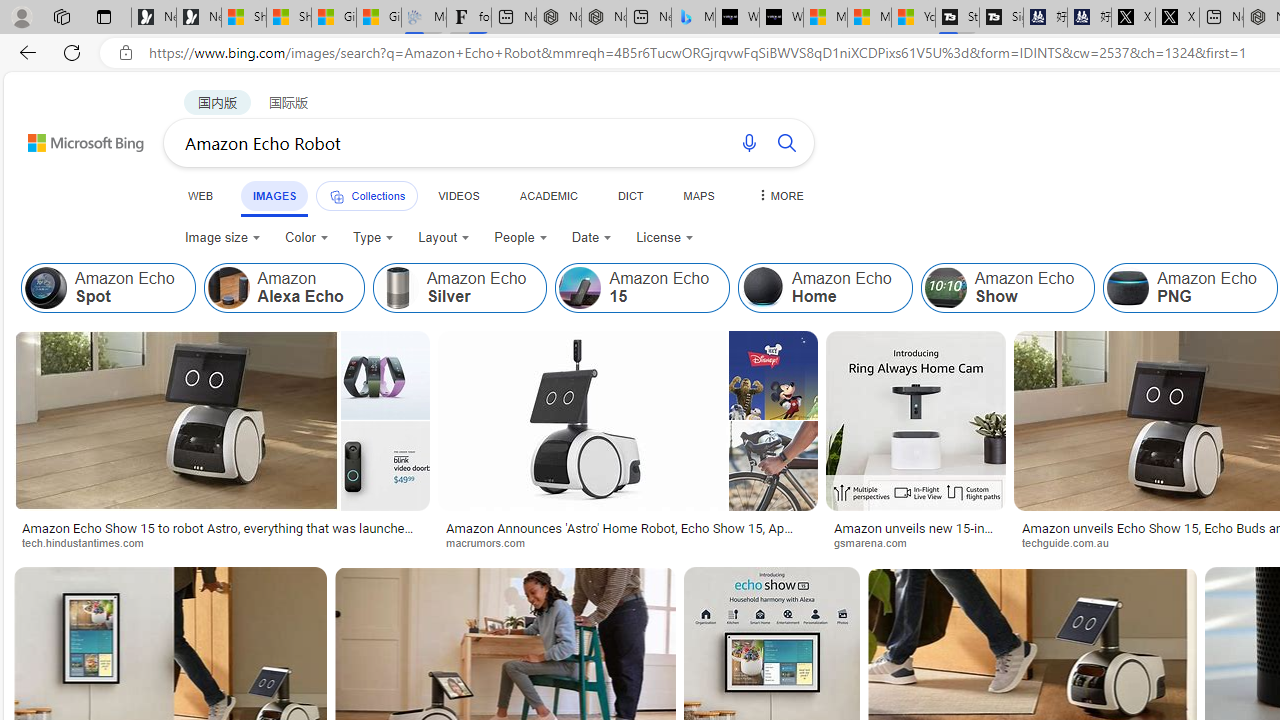 The height and width of the screenshot is (720, 1280). I want to click on 'tech.hindustantimes.com', so click(88, 542).